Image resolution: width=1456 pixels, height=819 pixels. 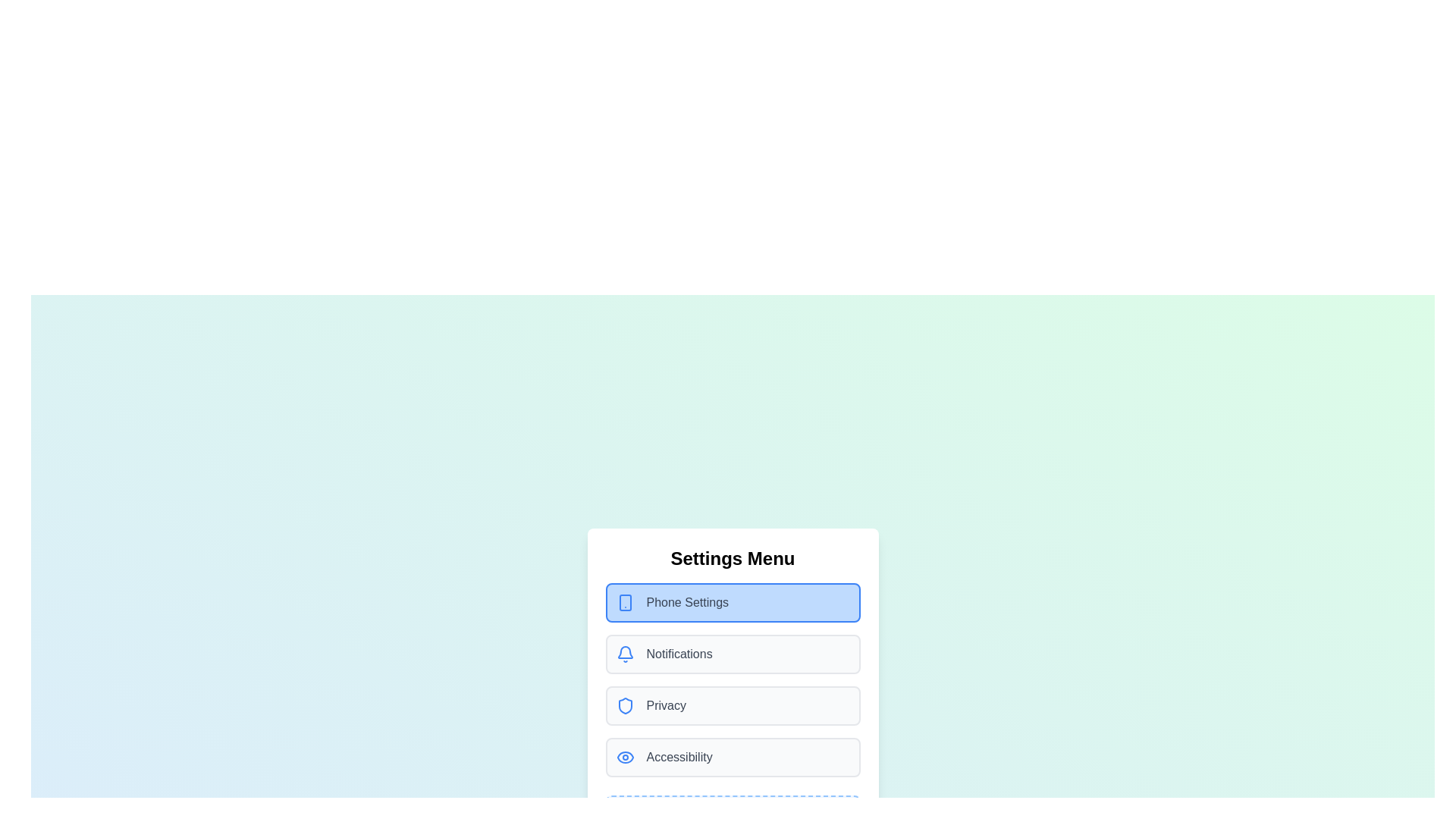 What do you see at coordinates (733, 601) in the screenshot?
I see `the menu item corresponding to Phone Settings` at bounding box center [733, 601].